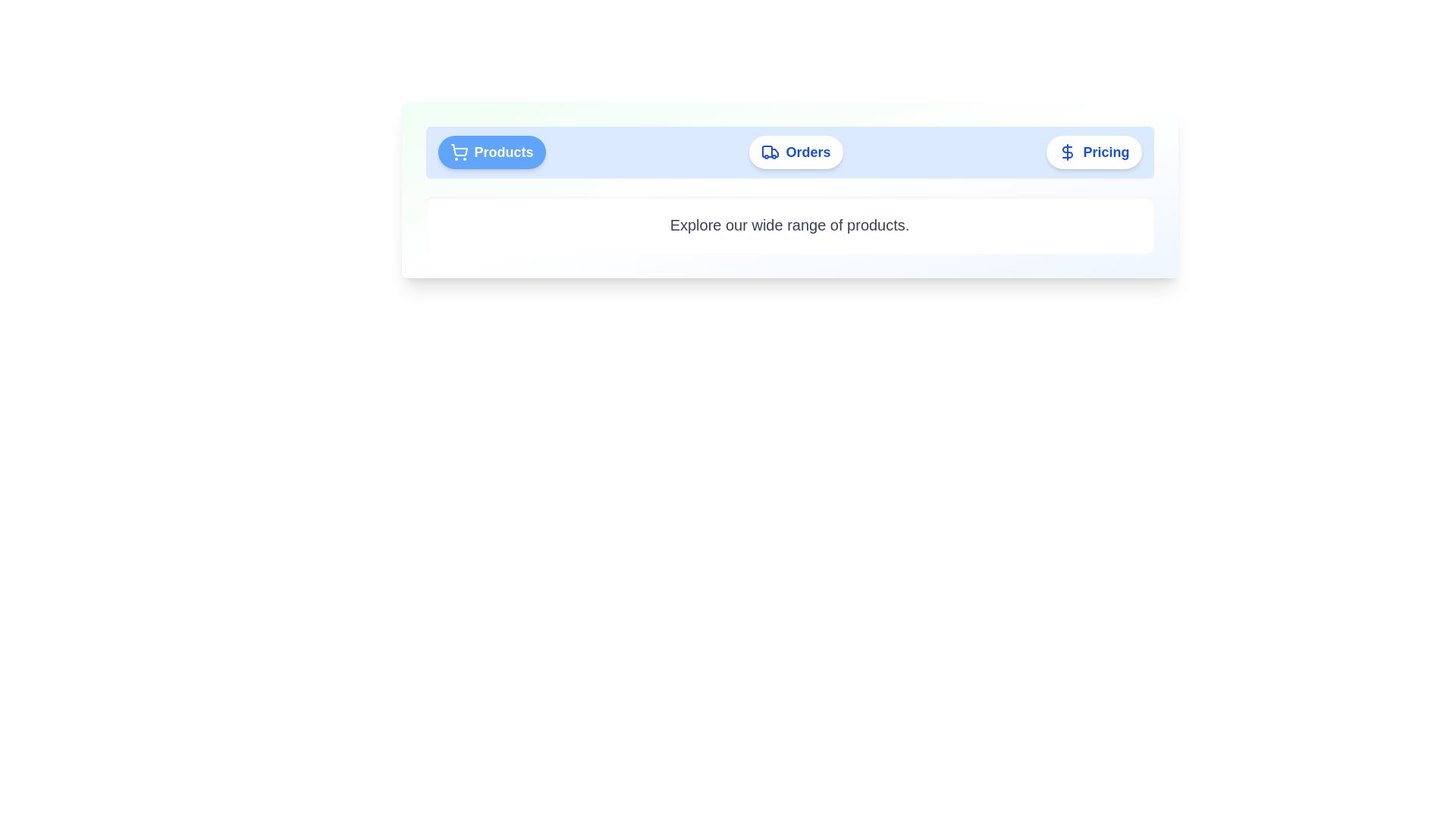 The width and height of the screenshot is (1456, 819). Describe the element at coordinates (1094, 152) in the screenshot. I see `the Pricing tab to view its content` at that location.